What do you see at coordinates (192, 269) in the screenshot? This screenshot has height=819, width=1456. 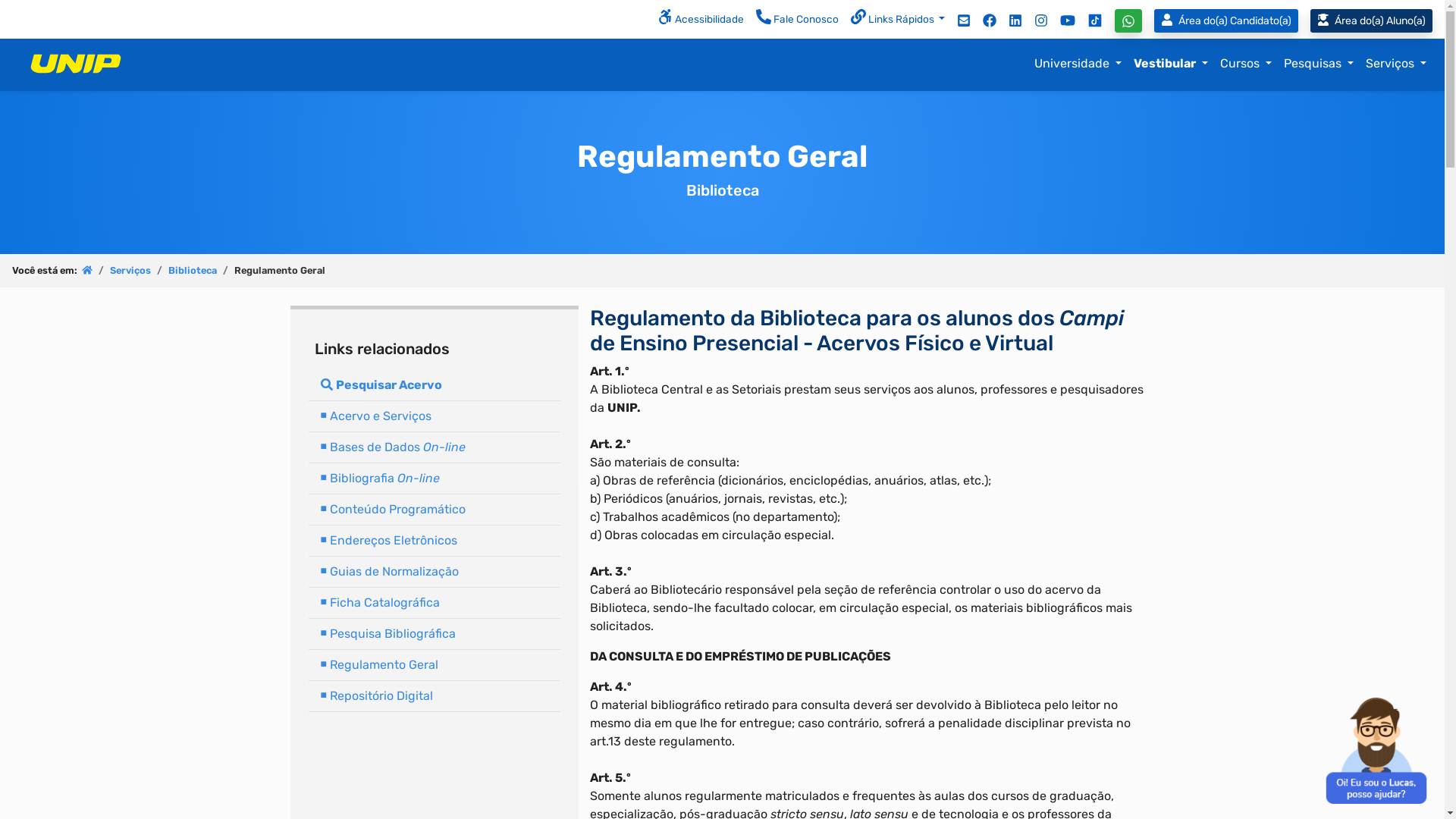 I see `'Biblioteca'` at bounding box center [192, 269].